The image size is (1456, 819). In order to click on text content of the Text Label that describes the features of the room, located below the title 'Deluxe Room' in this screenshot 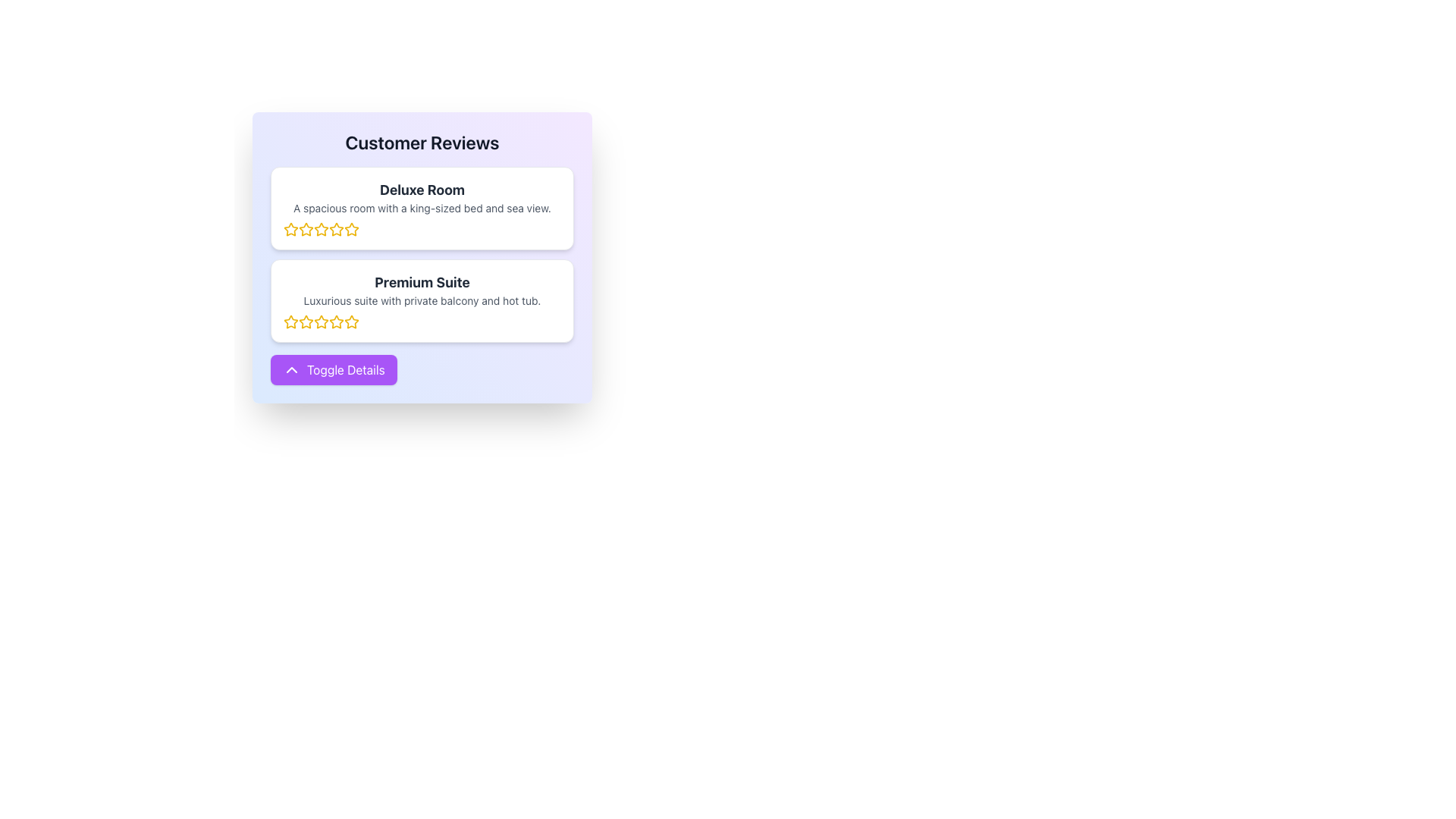, I will do `click(422, 208)`.